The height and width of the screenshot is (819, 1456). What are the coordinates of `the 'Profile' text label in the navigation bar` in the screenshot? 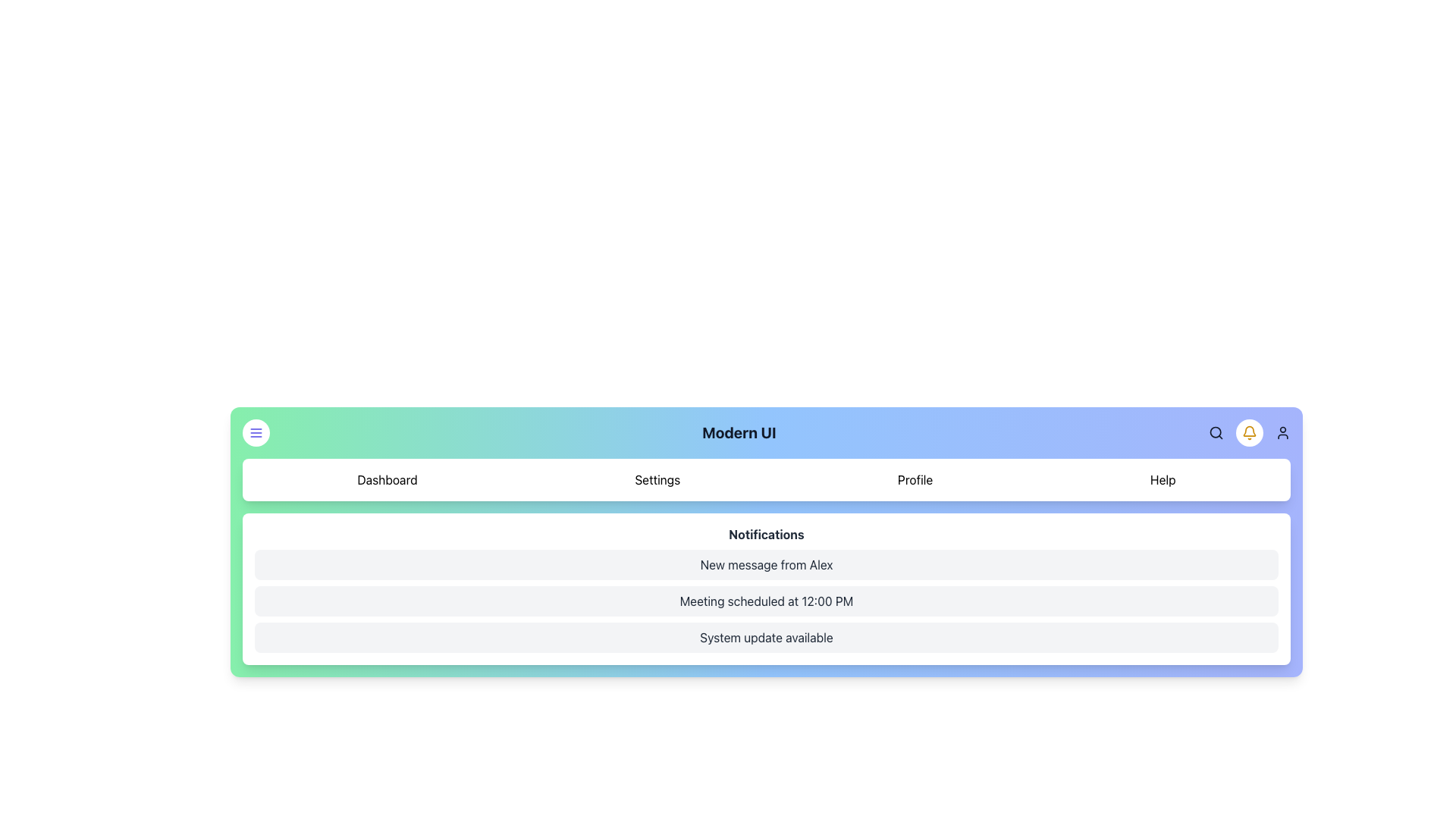 It's located at (915, 479).